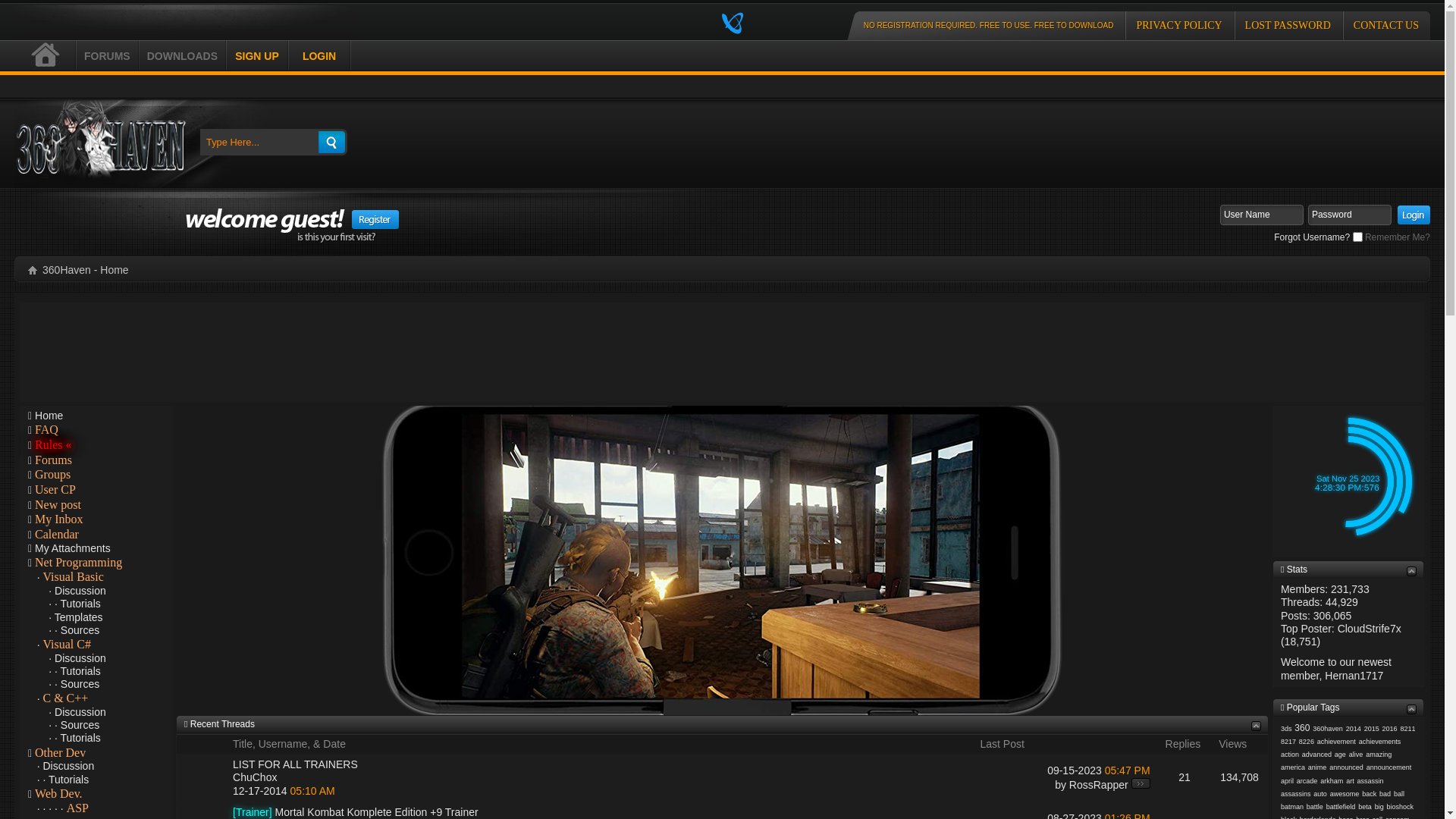 The image size is (1456, 819). What do you see at coordinates (35, 562) in the screenshot?
I see `'Net Programming'` at bounding box center [35, 562].